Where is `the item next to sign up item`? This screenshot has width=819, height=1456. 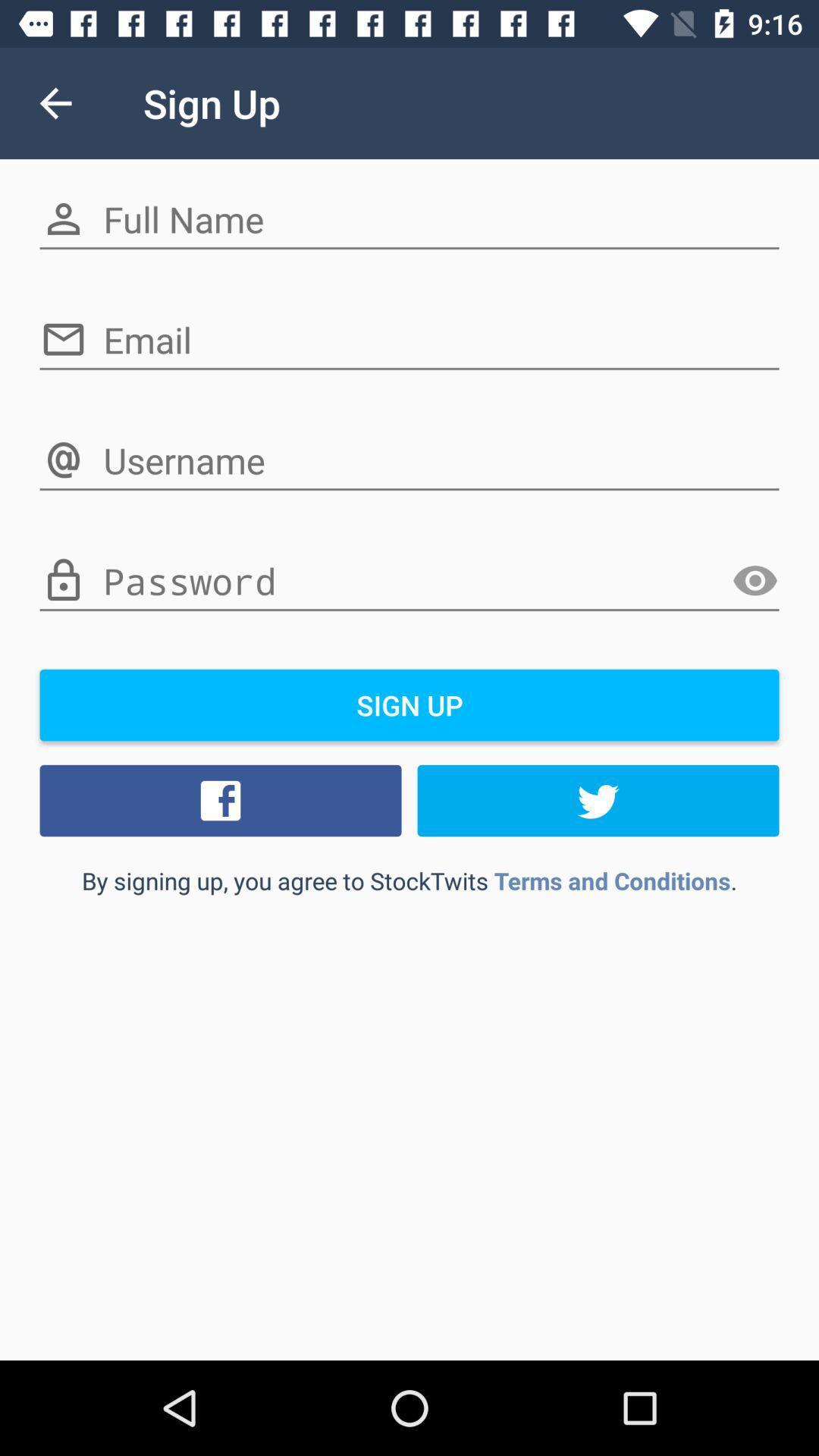 the item next to sign up item is located at coordinates (55, 102).